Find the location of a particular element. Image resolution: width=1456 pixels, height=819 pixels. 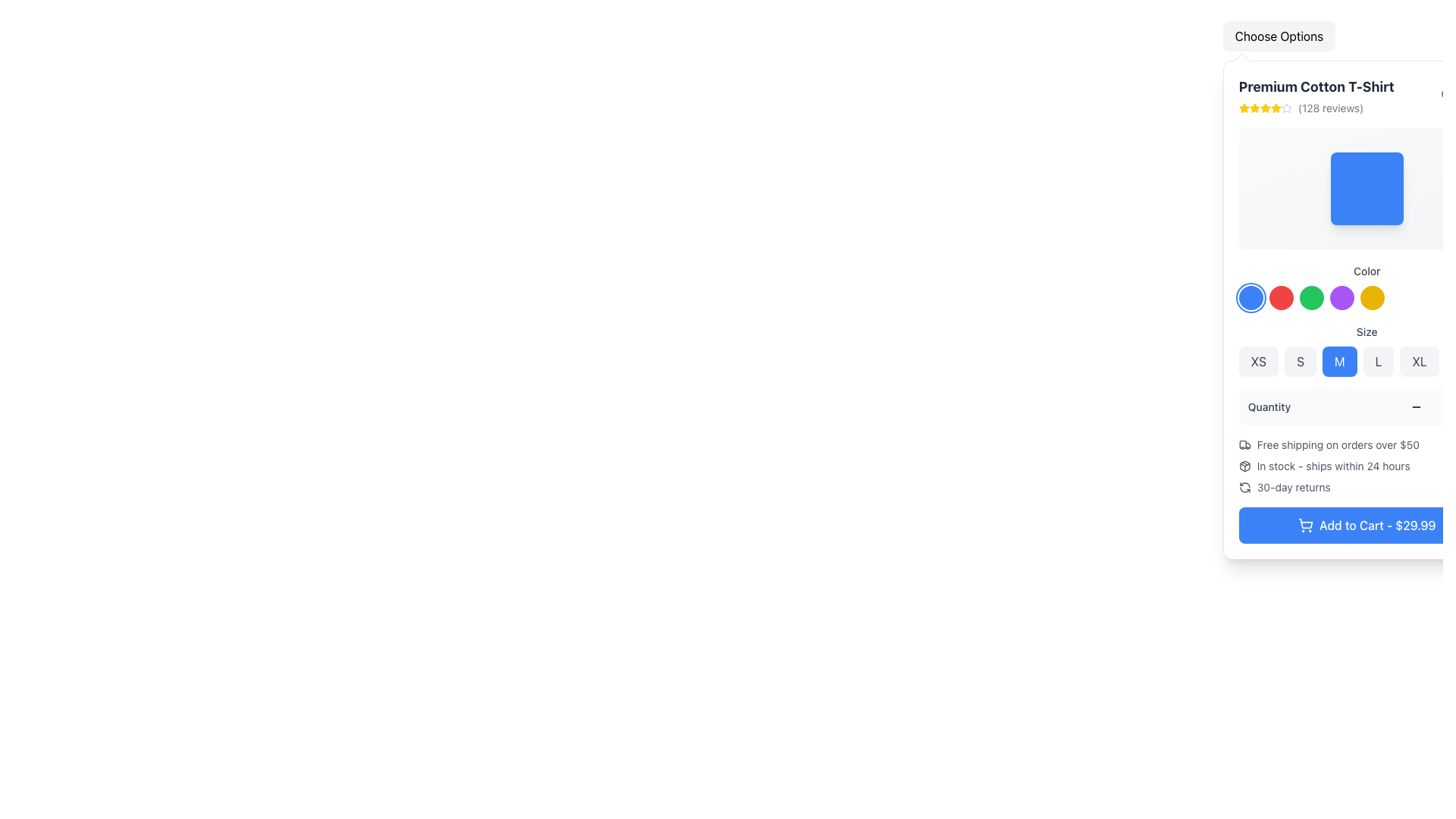

the fourth star-shaped icon with a yellow fill and outline in the product ratings section, which is part of a rating system adjacent to the reviews text is located at coordinates (1265, 107).